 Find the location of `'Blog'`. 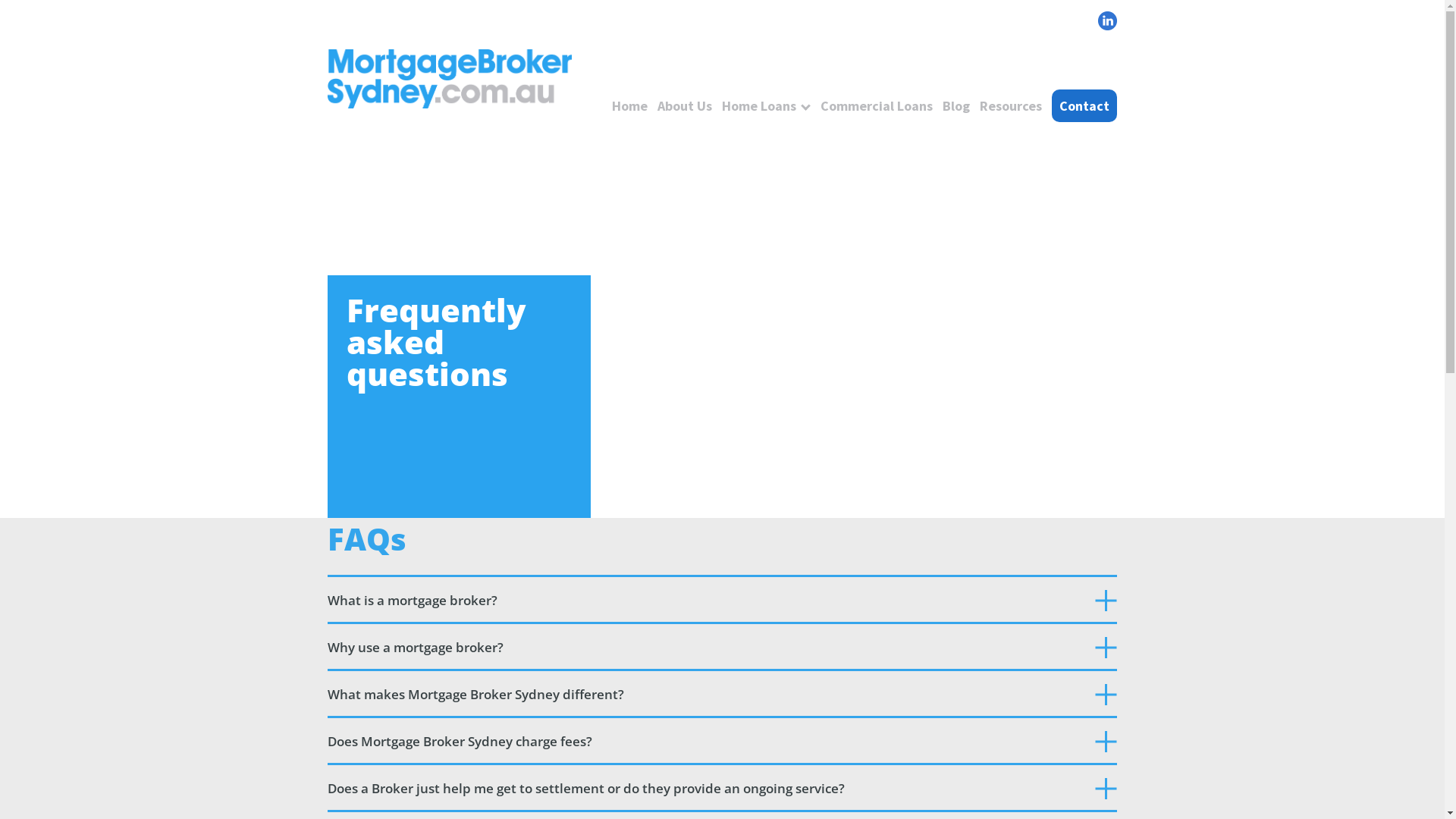

'Blog' is located at coordinates (942, 105).